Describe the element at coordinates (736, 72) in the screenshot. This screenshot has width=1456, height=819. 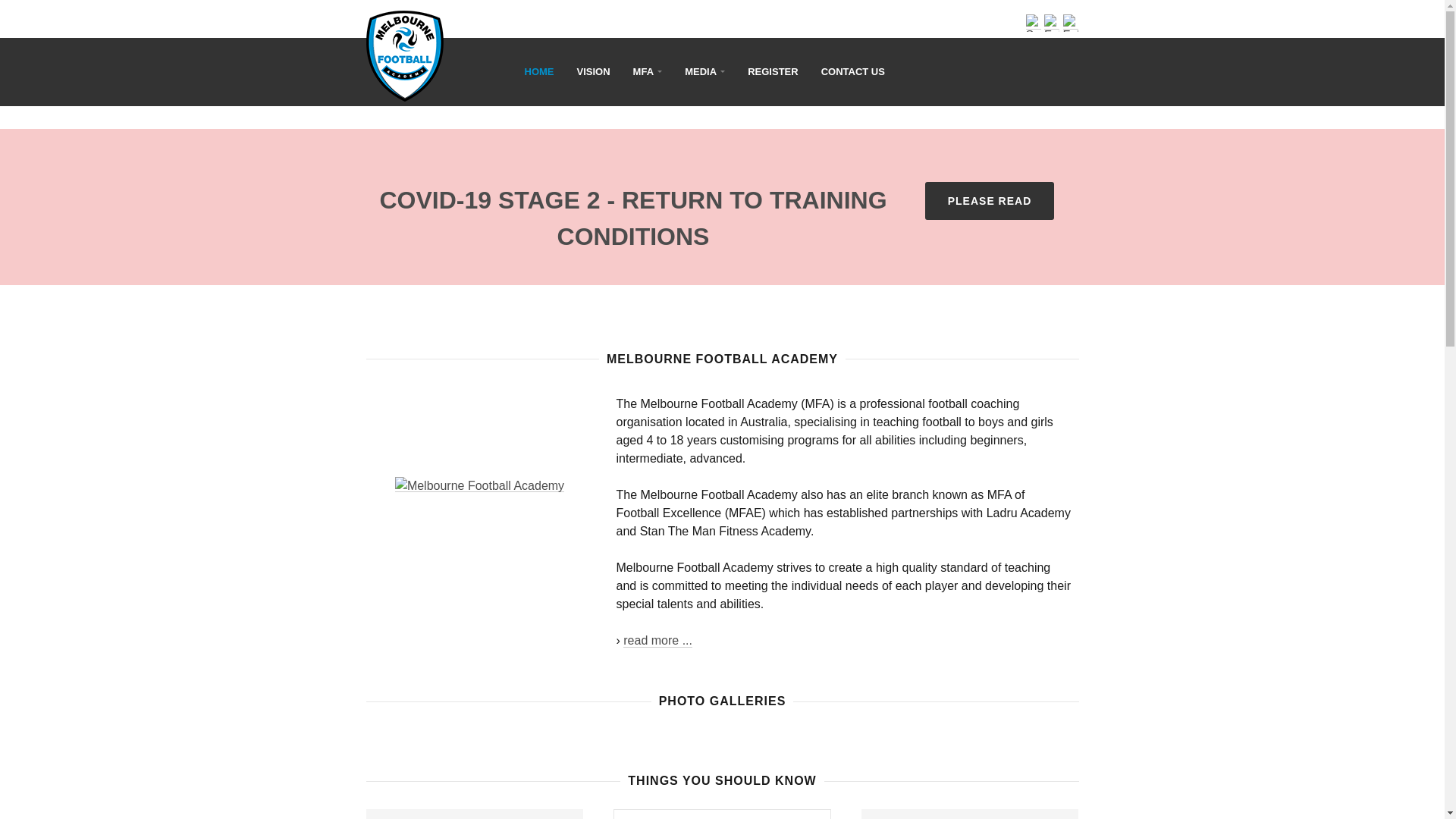
I see `'REGISTER'` at that location.